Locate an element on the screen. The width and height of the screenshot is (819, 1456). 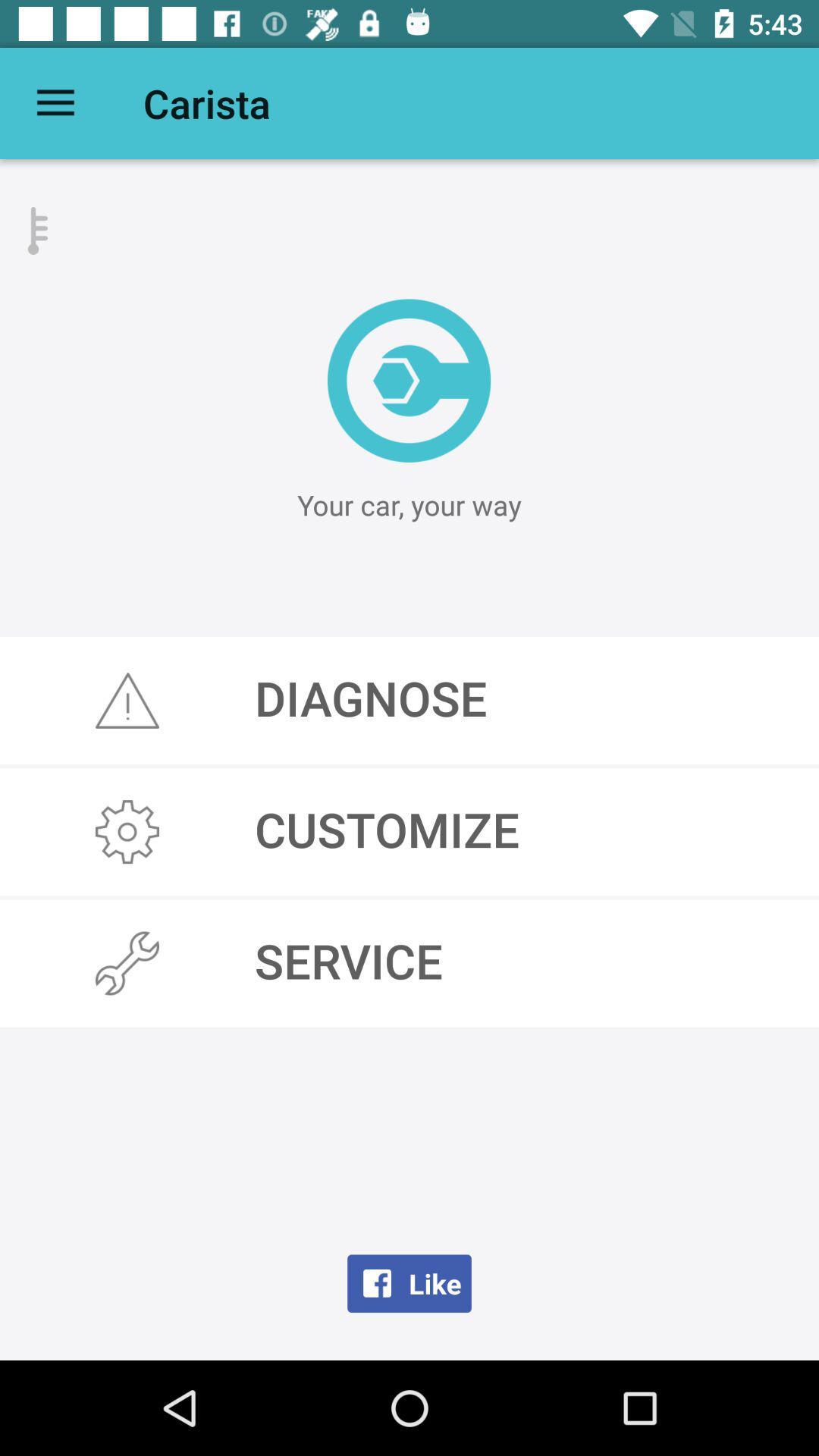
icon below customize icon is located at coordinates (409, 962).